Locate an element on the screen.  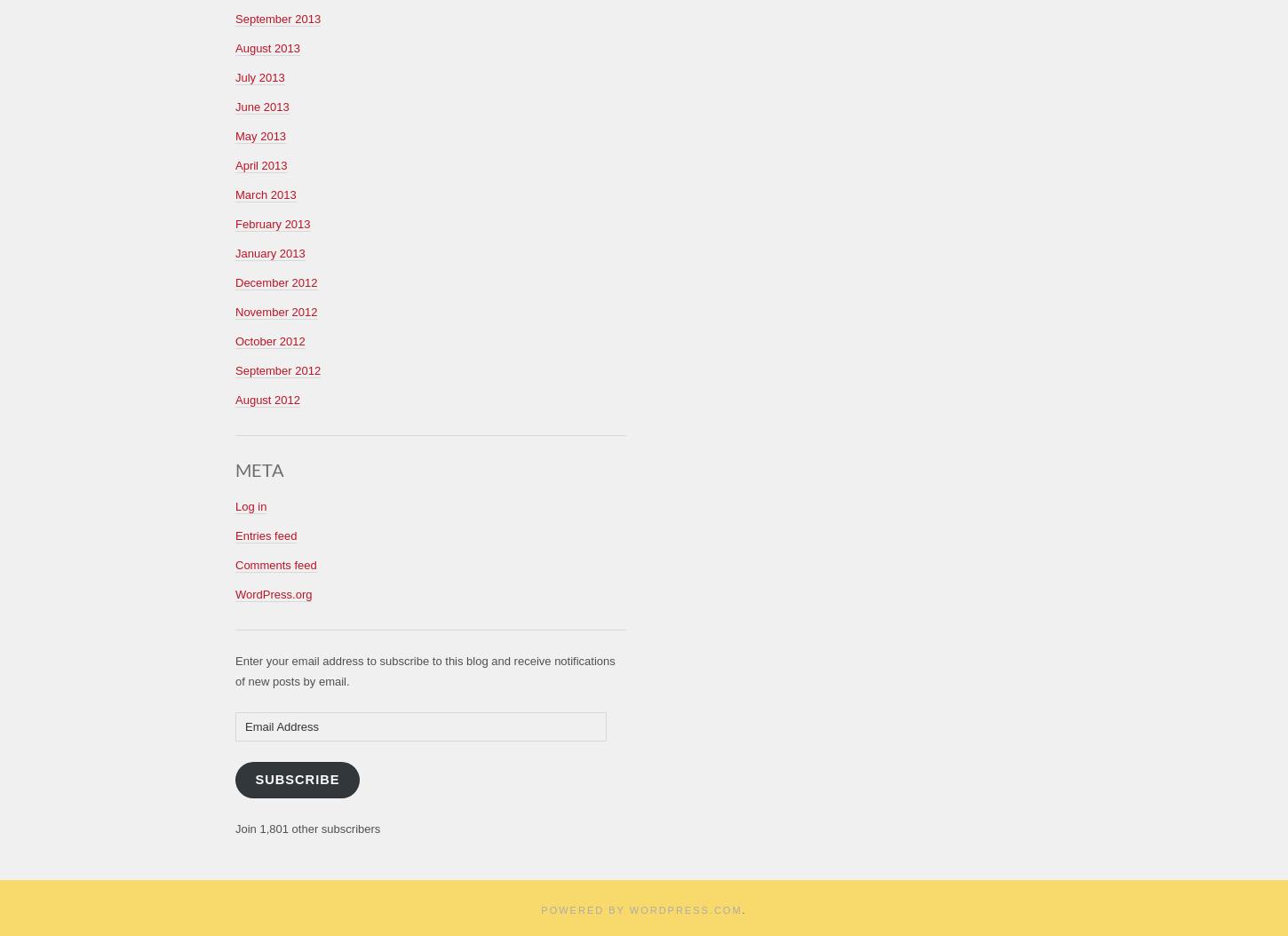
'WordPress.org' is located at coordinates (235, 593).